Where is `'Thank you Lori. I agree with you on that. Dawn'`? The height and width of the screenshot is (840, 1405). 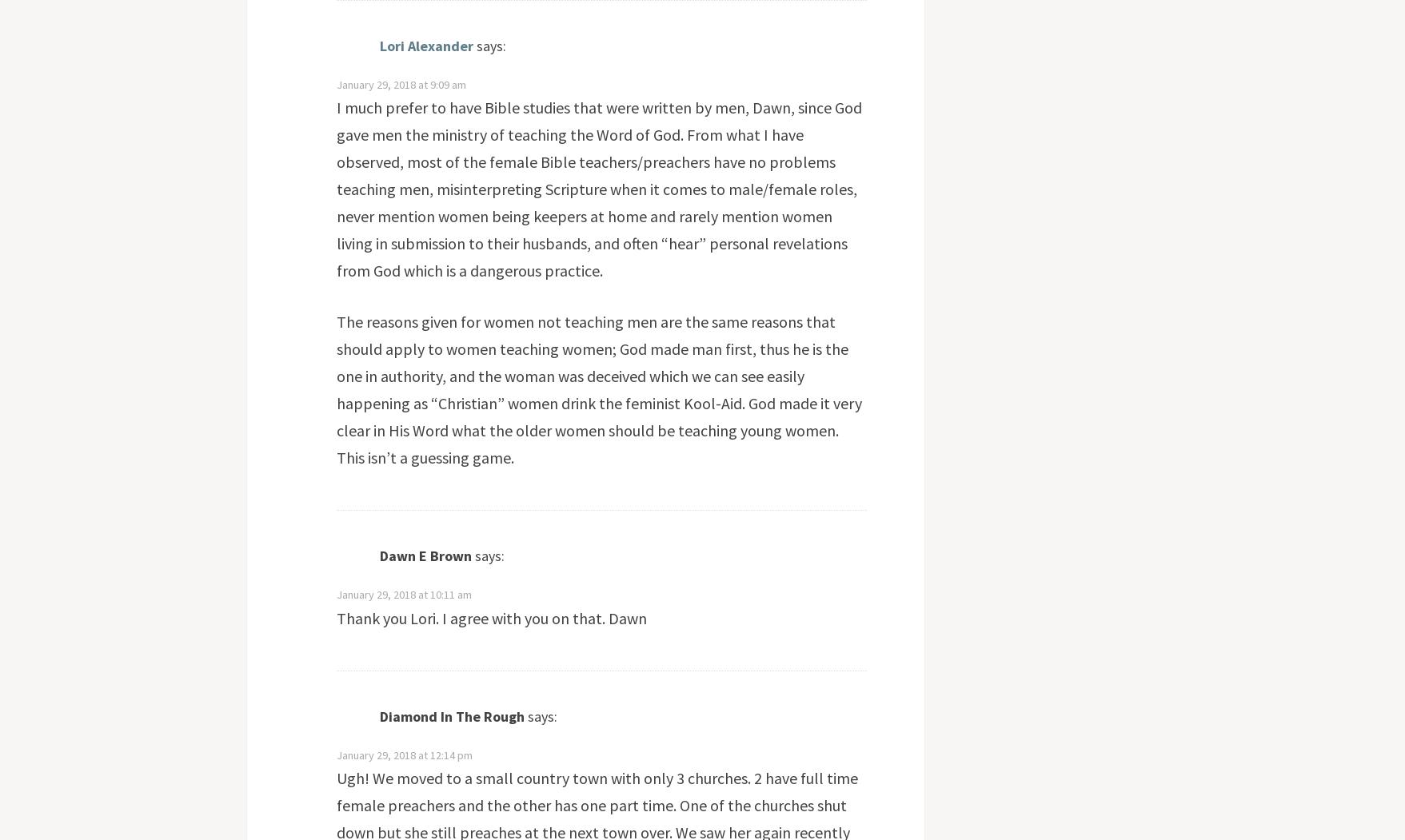 'Thank you Lori. I agree with you on that. Dawn' is located at coordinates (491, 616).